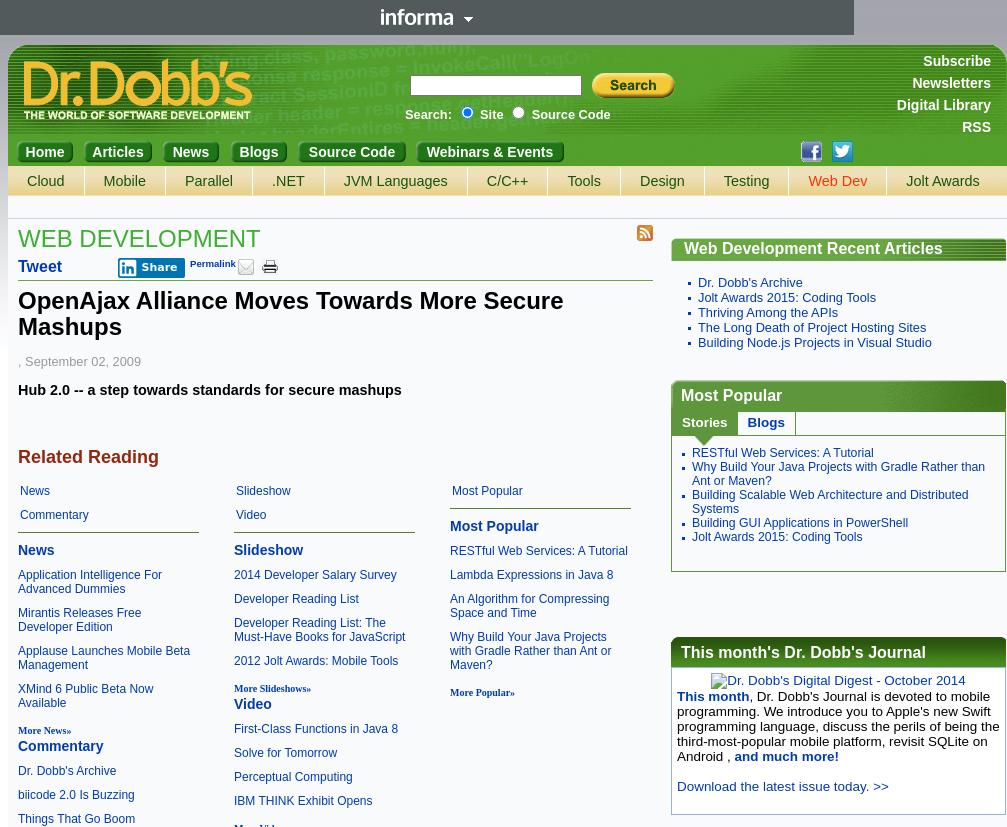  What do you see at coordinates (941, 180) in the screenshot?
I see `'Jolt Awards'` at bounding box center [941, 180].